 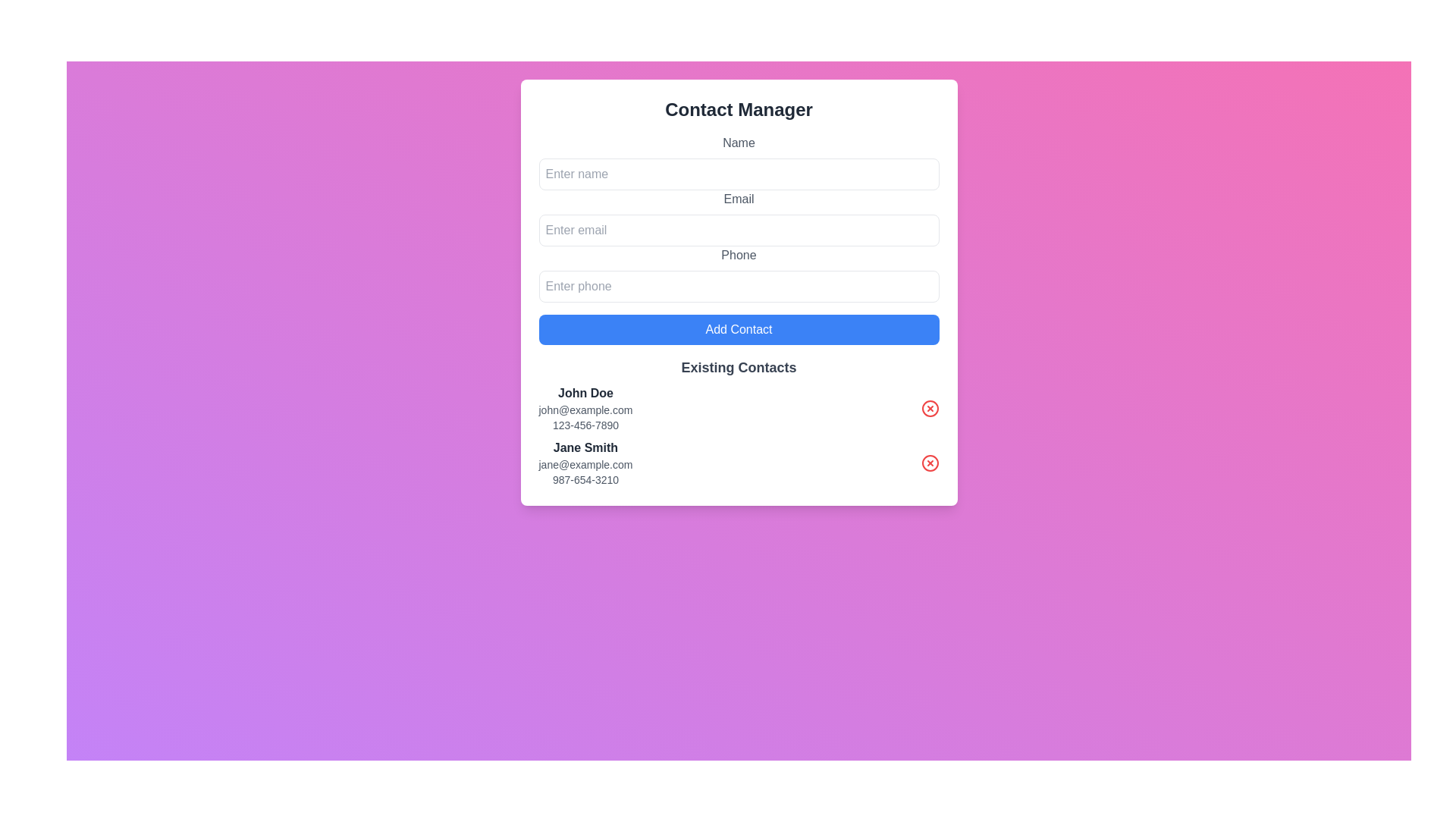 What do you see at coordinates (585, 409) in the screenshot?
I see `the Text element displaying the email address for contact 'John Doe', located in the 'Existing Contacts' section, positioned under their name and above their phone number` at bounding box center [585, 409].